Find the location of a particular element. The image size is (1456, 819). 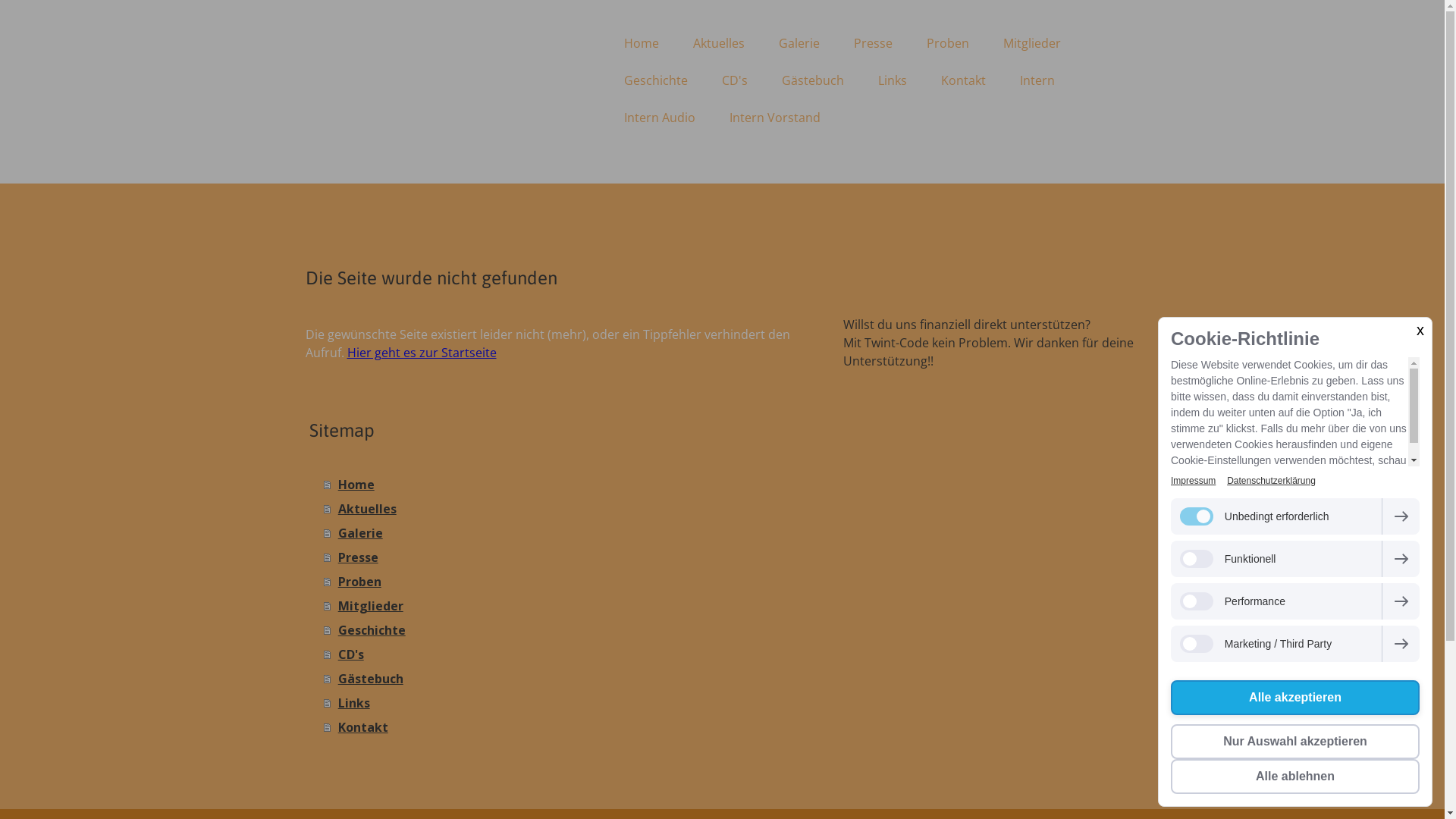

'Links' is located at coordinates (892, 80).